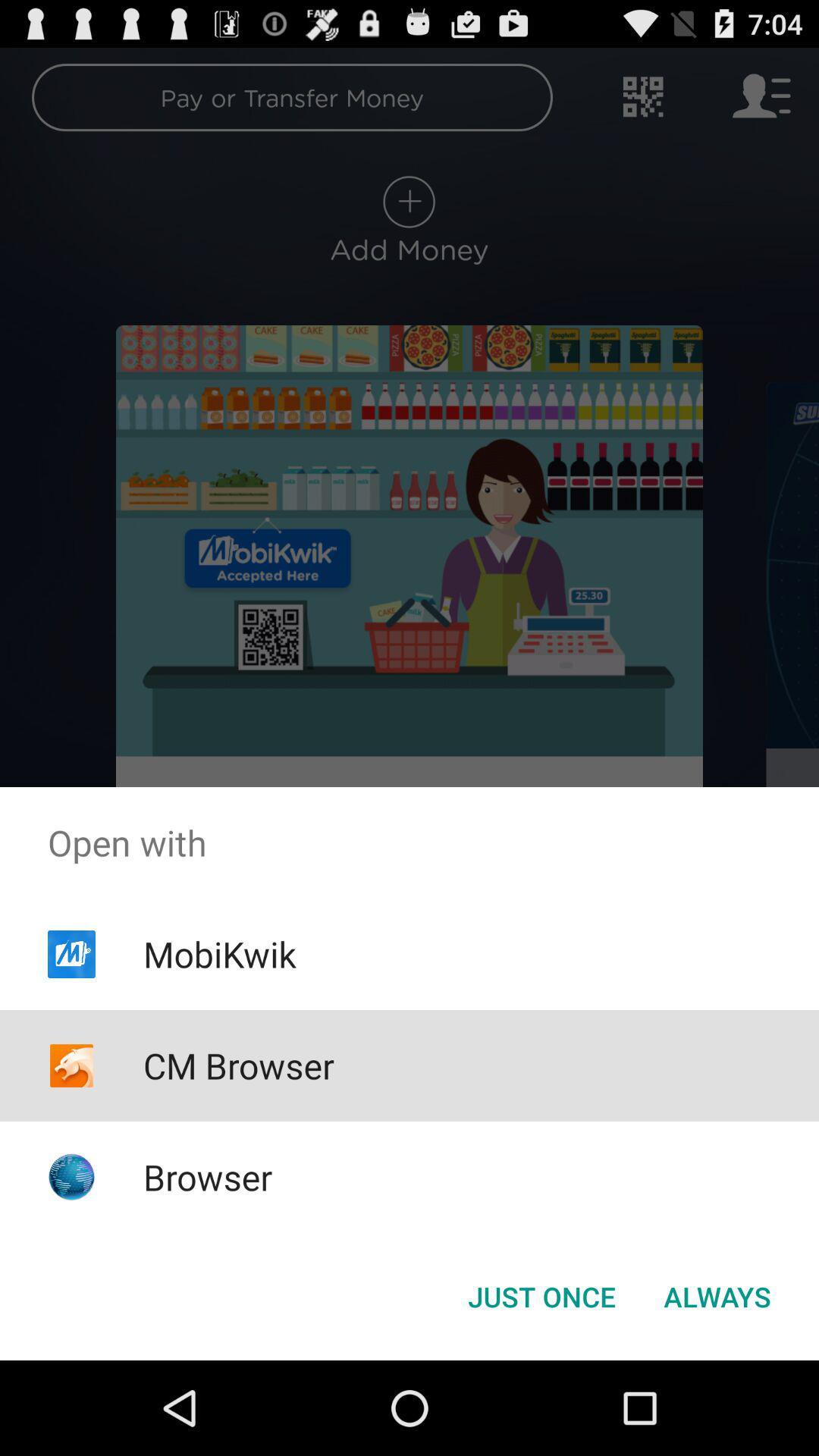 Image resolution: width=819 pixels, height=1456 pixels. I want to click on the icon next to the just once, so click(717, 1295).